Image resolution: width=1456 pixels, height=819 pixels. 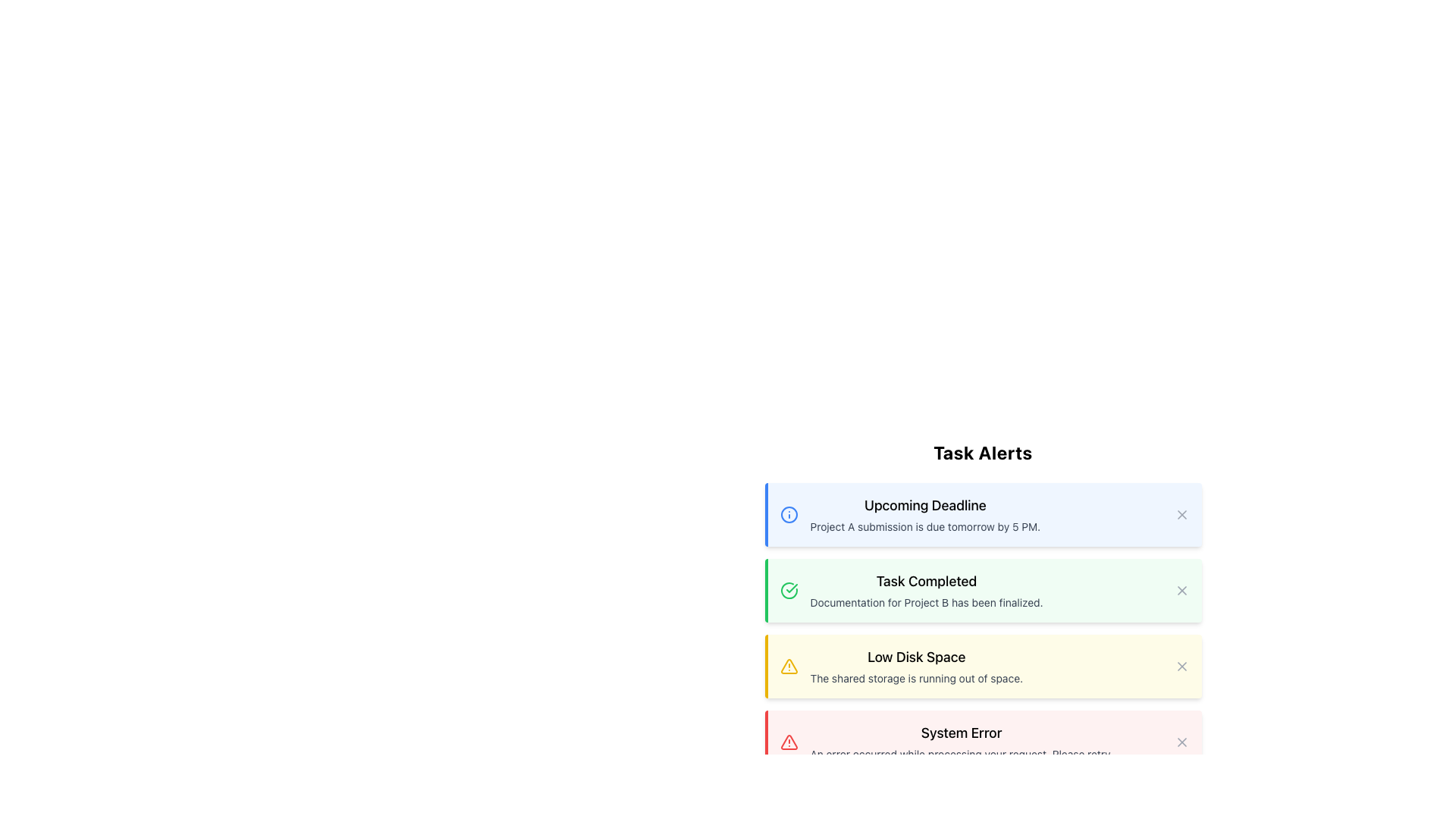 What do you see at coordinates (789, 513) in the screenshot?
I see `the first icon on the left of the 'Upcoming Deadline' section` at bounding box center [789, 513].